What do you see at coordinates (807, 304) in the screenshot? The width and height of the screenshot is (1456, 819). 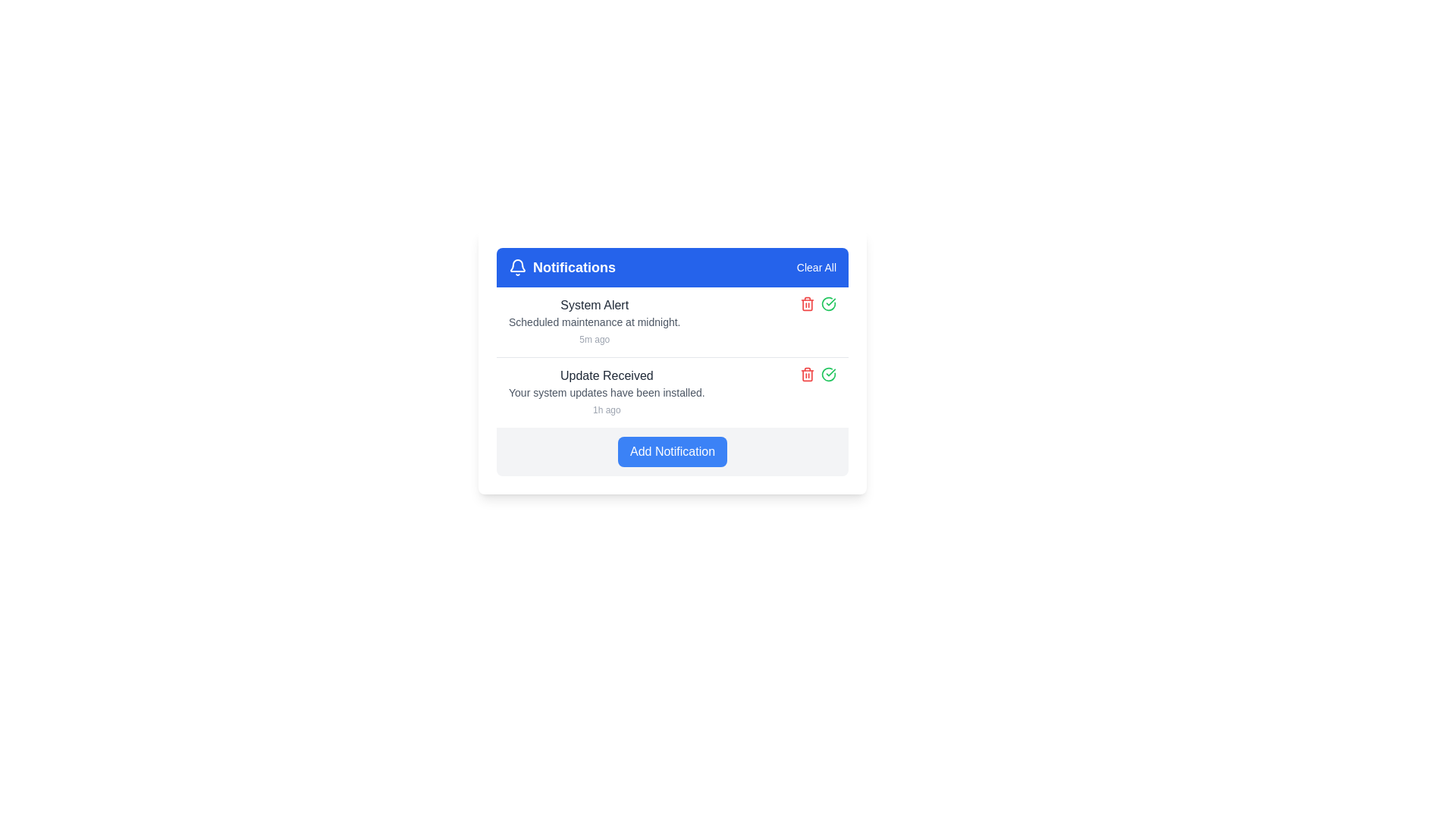 I see `the red trash icon located in the notification panel under the 'System Alert' item` at bounding box center [807, 304].